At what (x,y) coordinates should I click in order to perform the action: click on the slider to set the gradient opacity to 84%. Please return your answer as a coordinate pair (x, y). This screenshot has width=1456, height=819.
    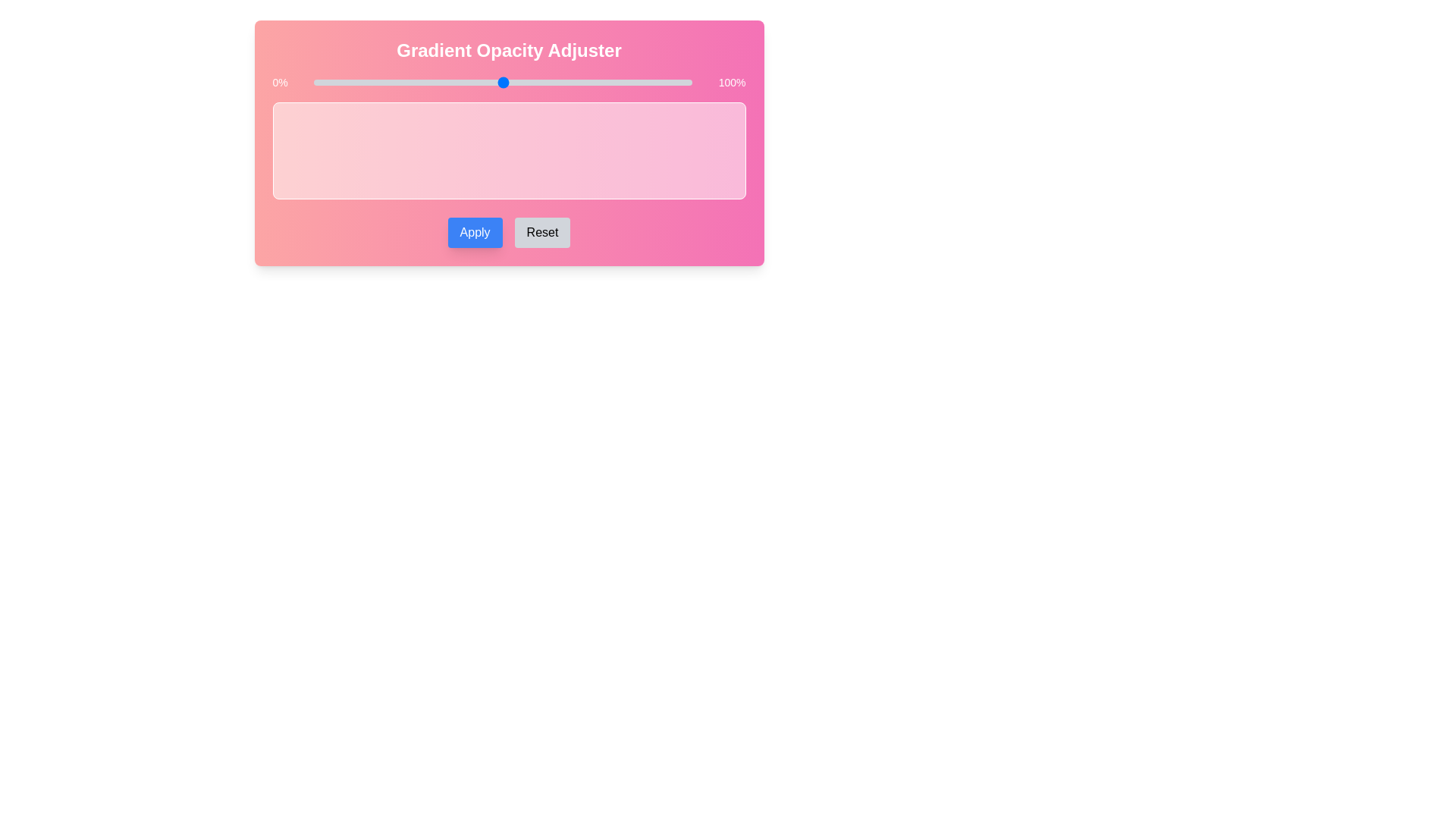
    Looking at the image, I should click on (632, 82).